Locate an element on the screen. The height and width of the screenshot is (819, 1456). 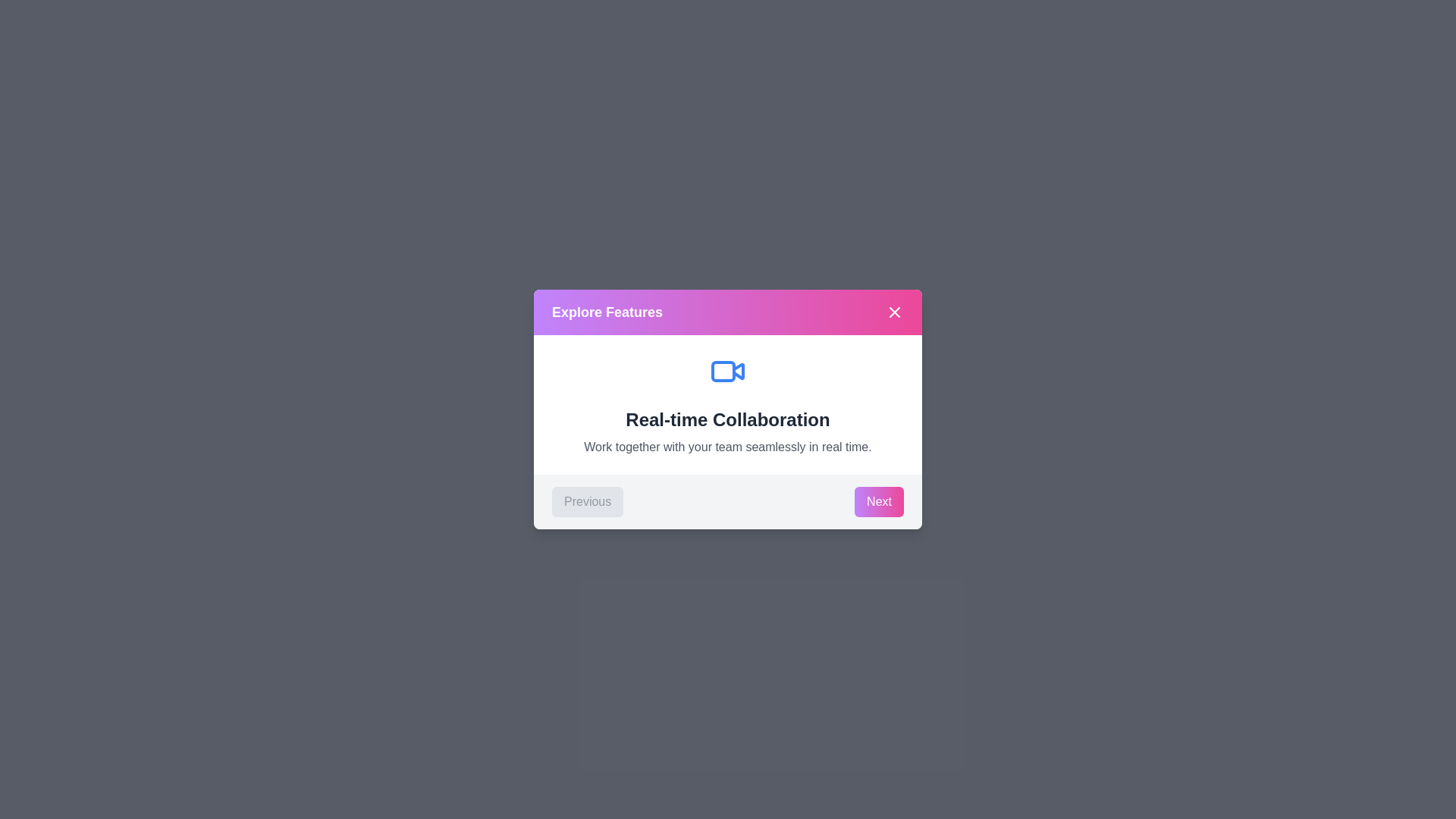
the video-related functionality icon located within the modal, positioned between the title 'Explore Features' and the heading 'Real-time Collaboration' is located at coordinates (728, 371).